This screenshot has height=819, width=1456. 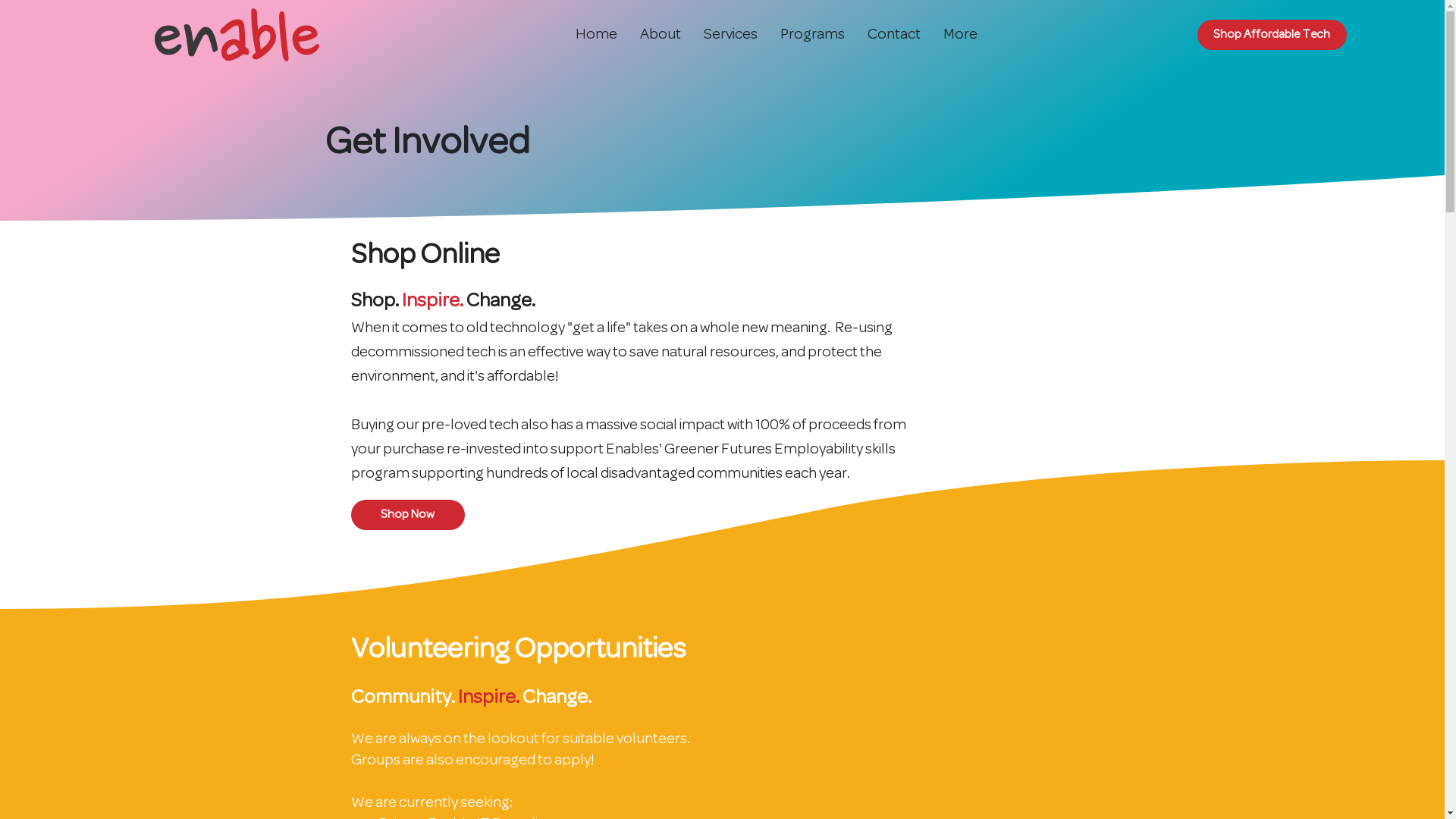 What do you see at coordinates (349, 513) in the screenshot?
I see `'Shop Now'` at bounding box center [349, 513].